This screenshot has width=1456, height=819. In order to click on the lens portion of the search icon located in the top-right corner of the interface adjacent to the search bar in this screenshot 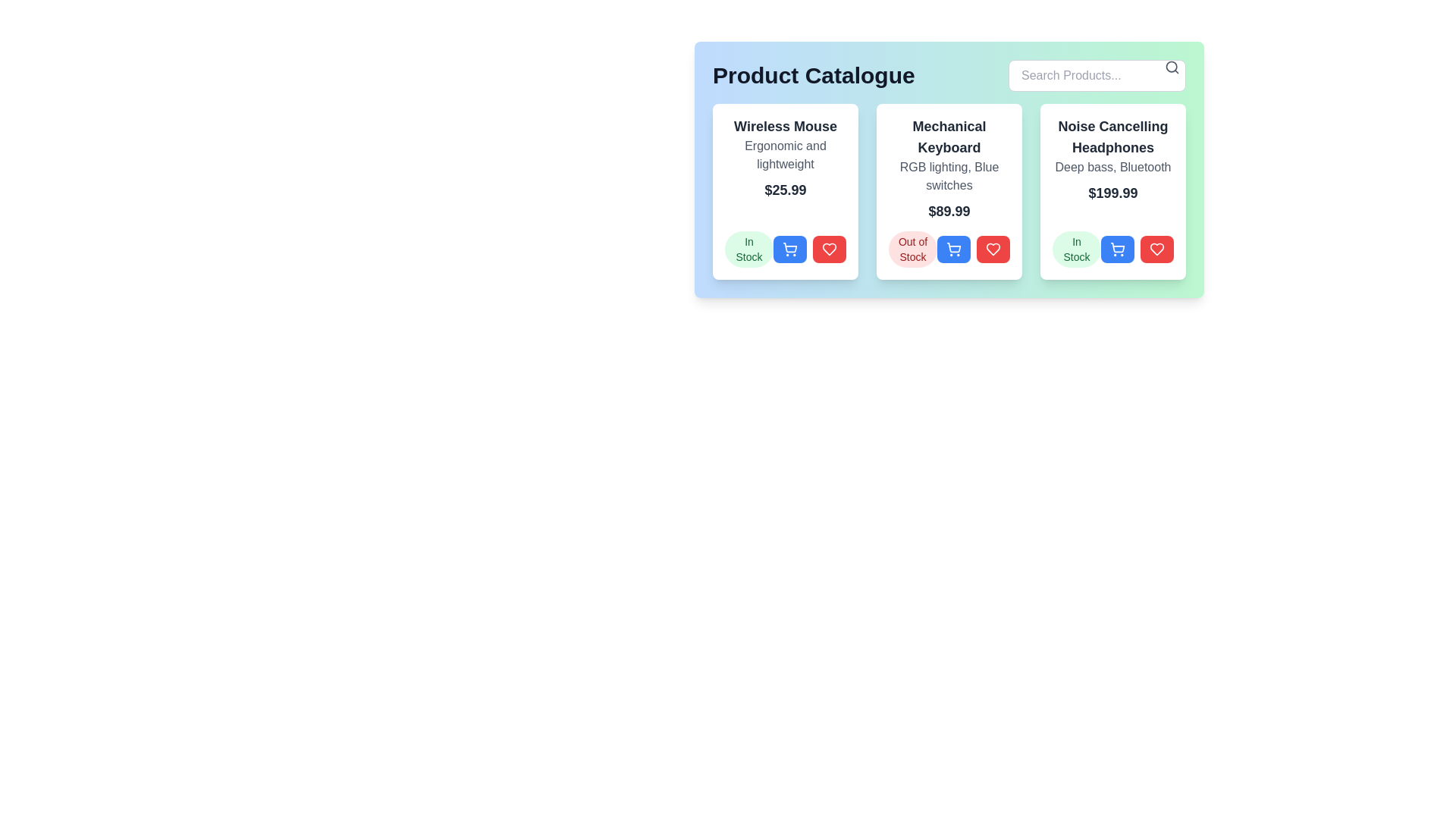, I will do `click(1171, 66)`.